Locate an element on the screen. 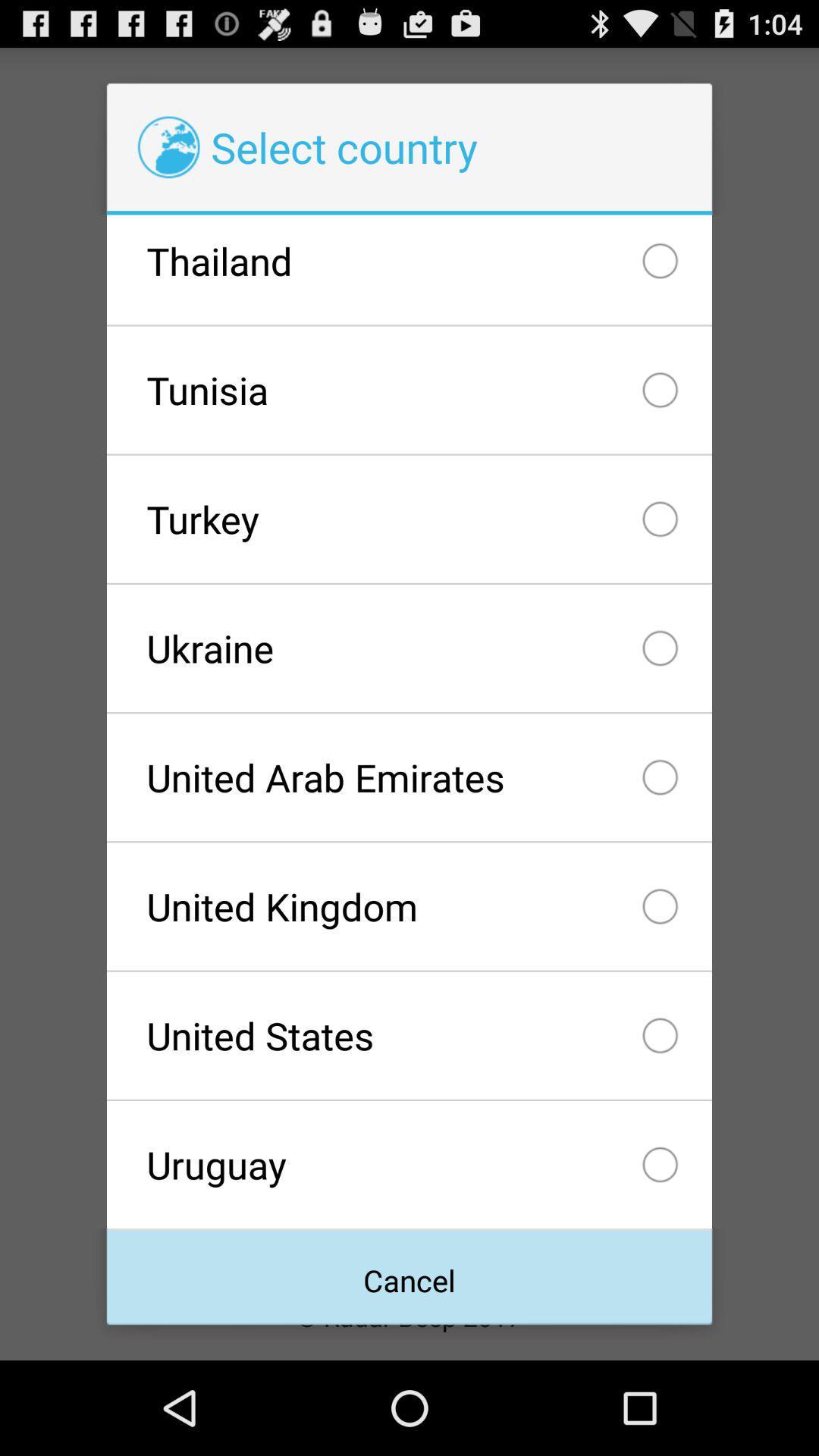 The image size is (819, 1456). the tunisia item is located at coordinates (409, 390).